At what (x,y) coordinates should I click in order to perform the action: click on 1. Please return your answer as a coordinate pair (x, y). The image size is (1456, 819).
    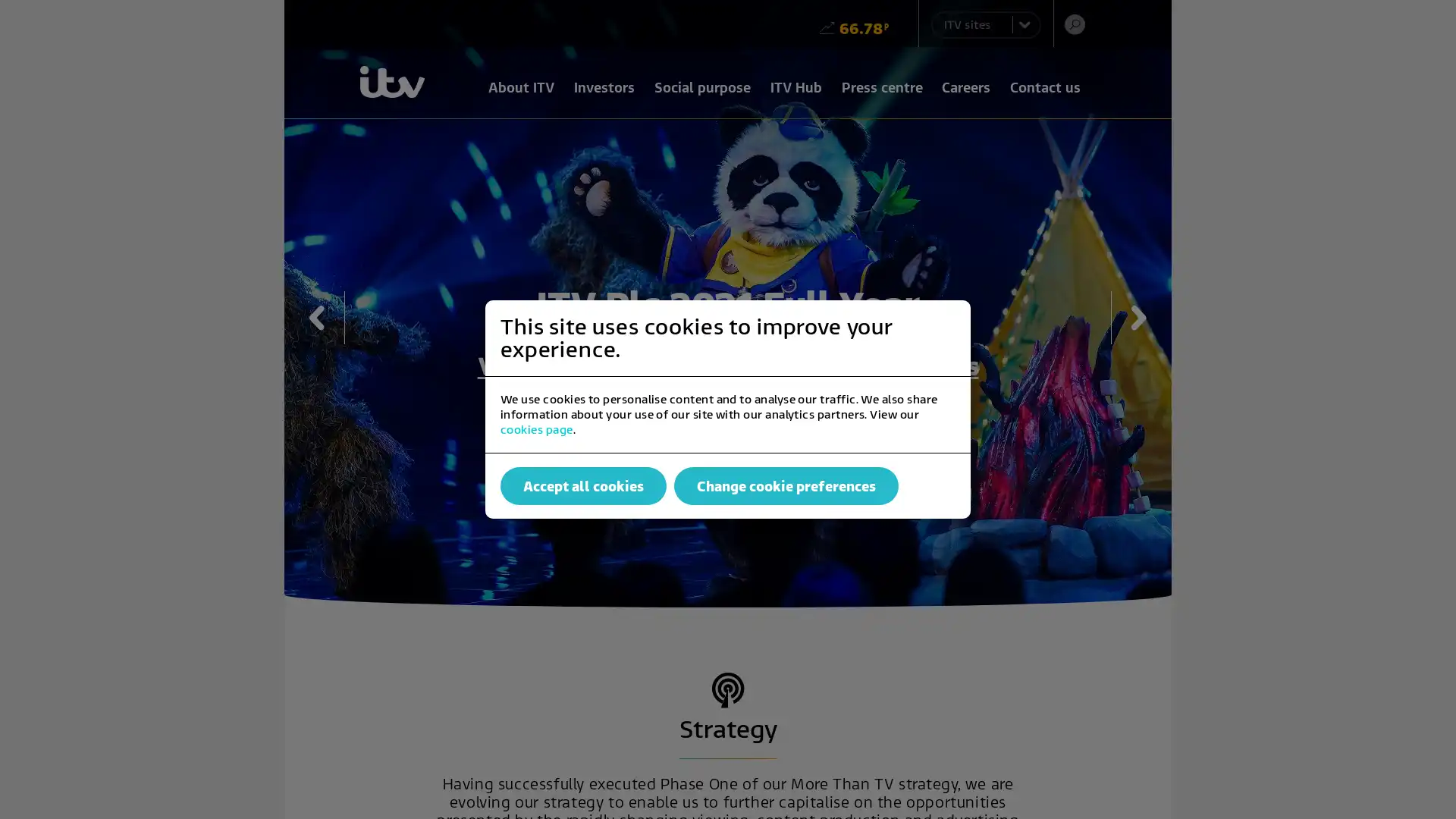
    Looking at the image, I should click on (708, 444).